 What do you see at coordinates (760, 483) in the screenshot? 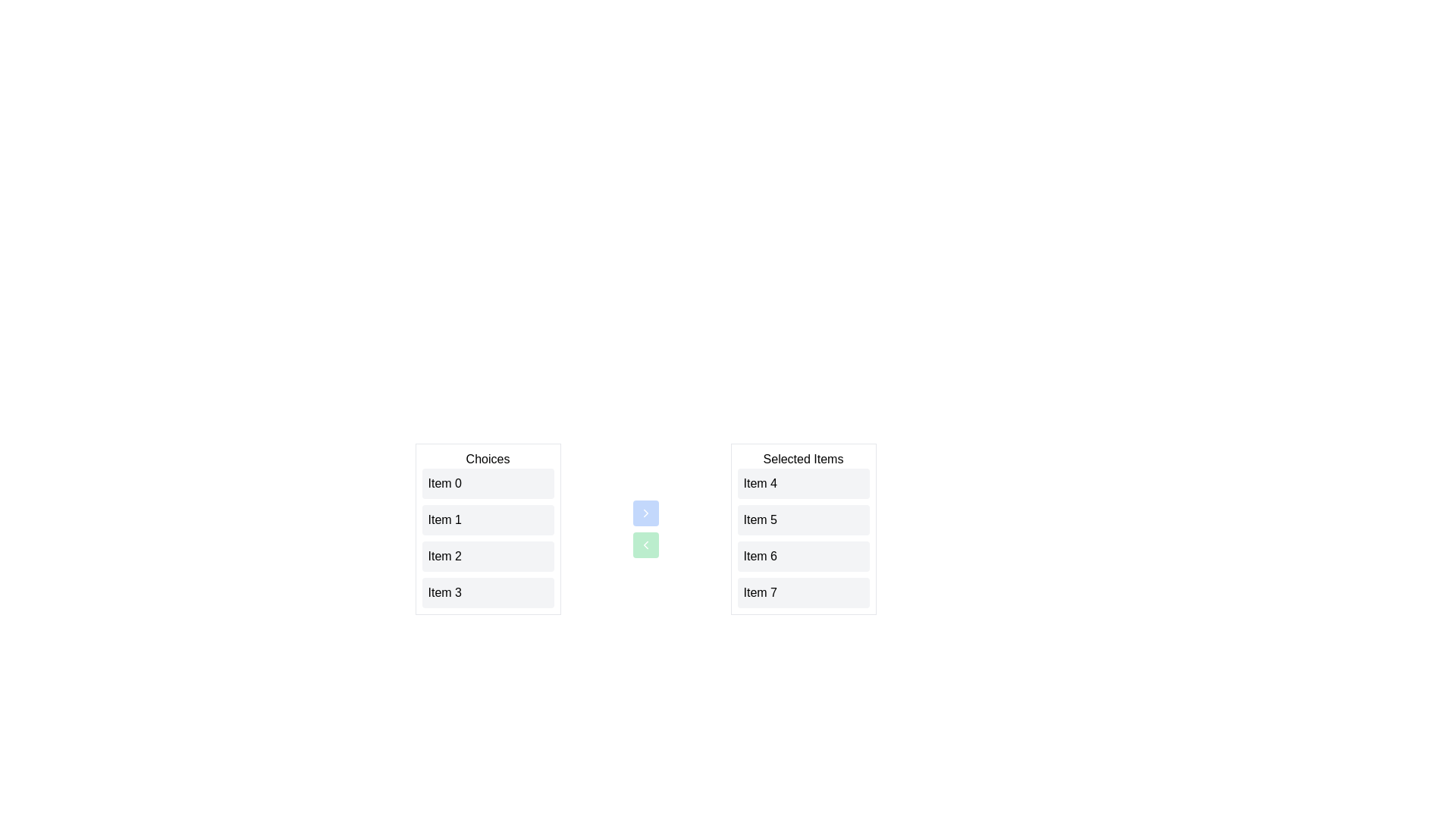
I see `the text label displaying 'Item 4' located in the first item of the 'Selected Items' column` at bounding box center [760, 483].